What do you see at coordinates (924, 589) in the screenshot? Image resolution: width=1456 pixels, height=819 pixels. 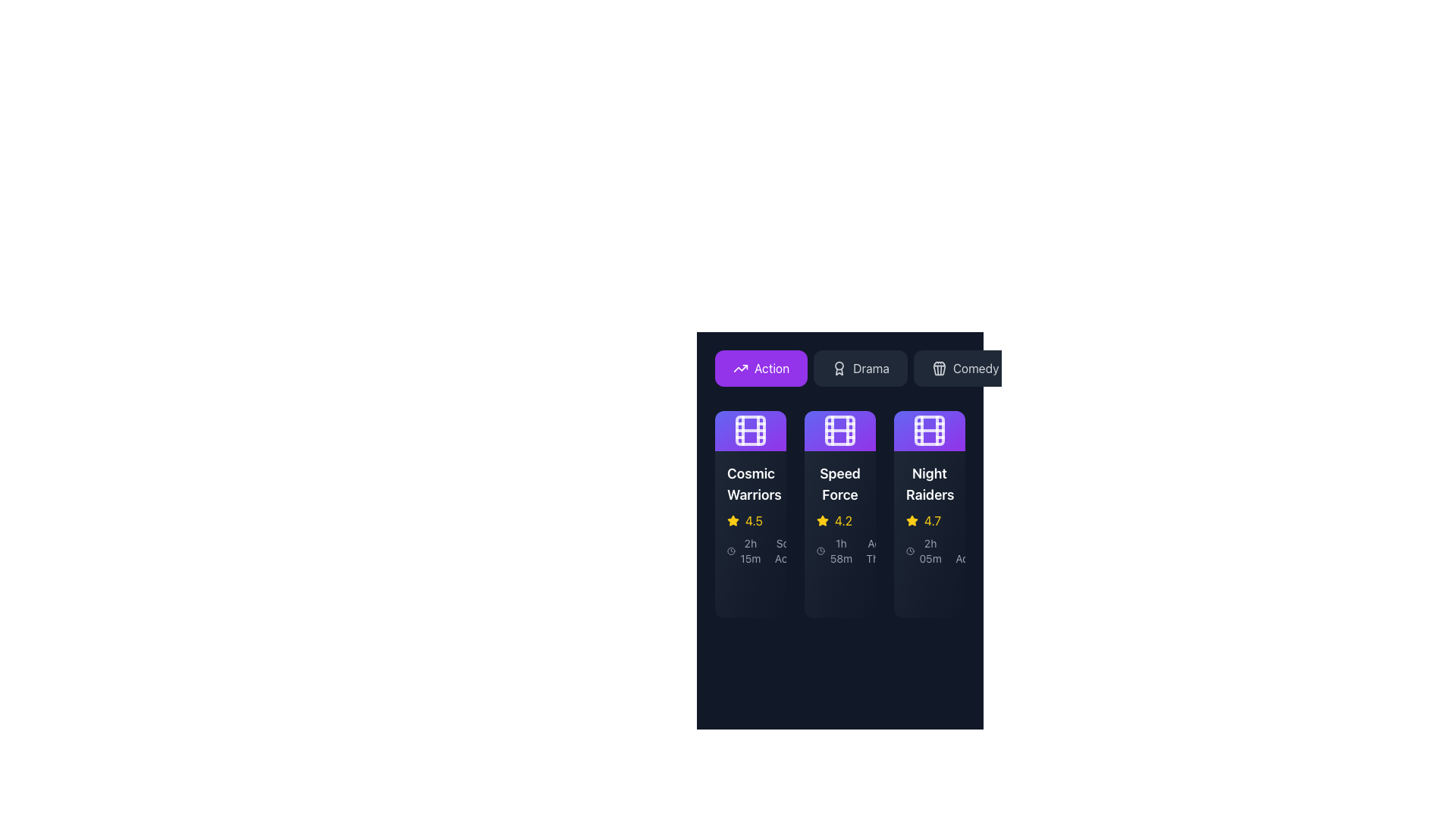 I see `the presence of the 'Play' icon, which is visually represented and located centrally within the 'Play' button beneath the movie details for 'Night Raiders'` at bounding box center [924, 589].